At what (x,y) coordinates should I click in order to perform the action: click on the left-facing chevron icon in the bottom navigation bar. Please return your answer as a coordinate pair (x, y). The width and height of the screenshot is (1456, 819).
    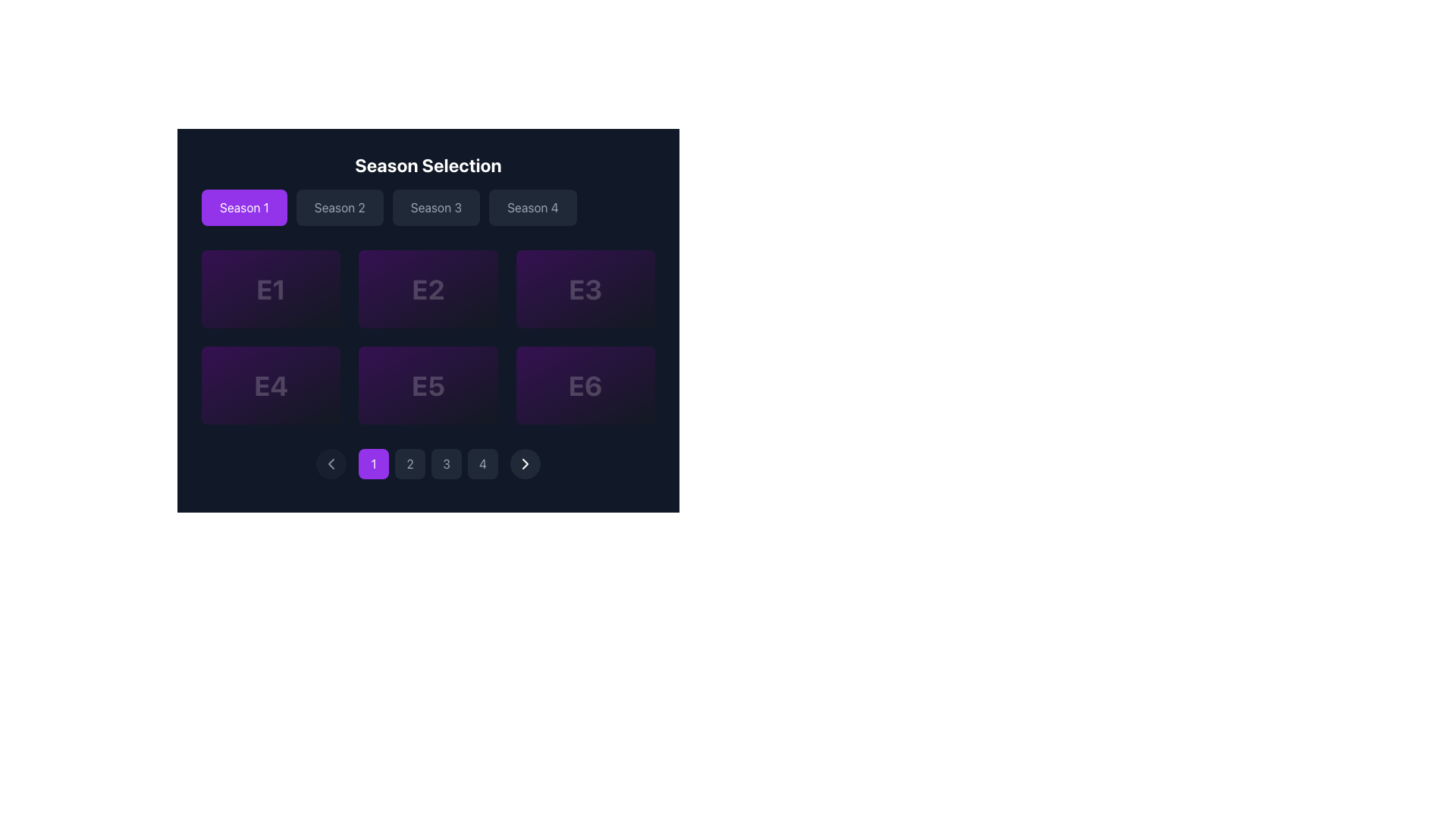
    Looking at the image, I should click on (330, 463).